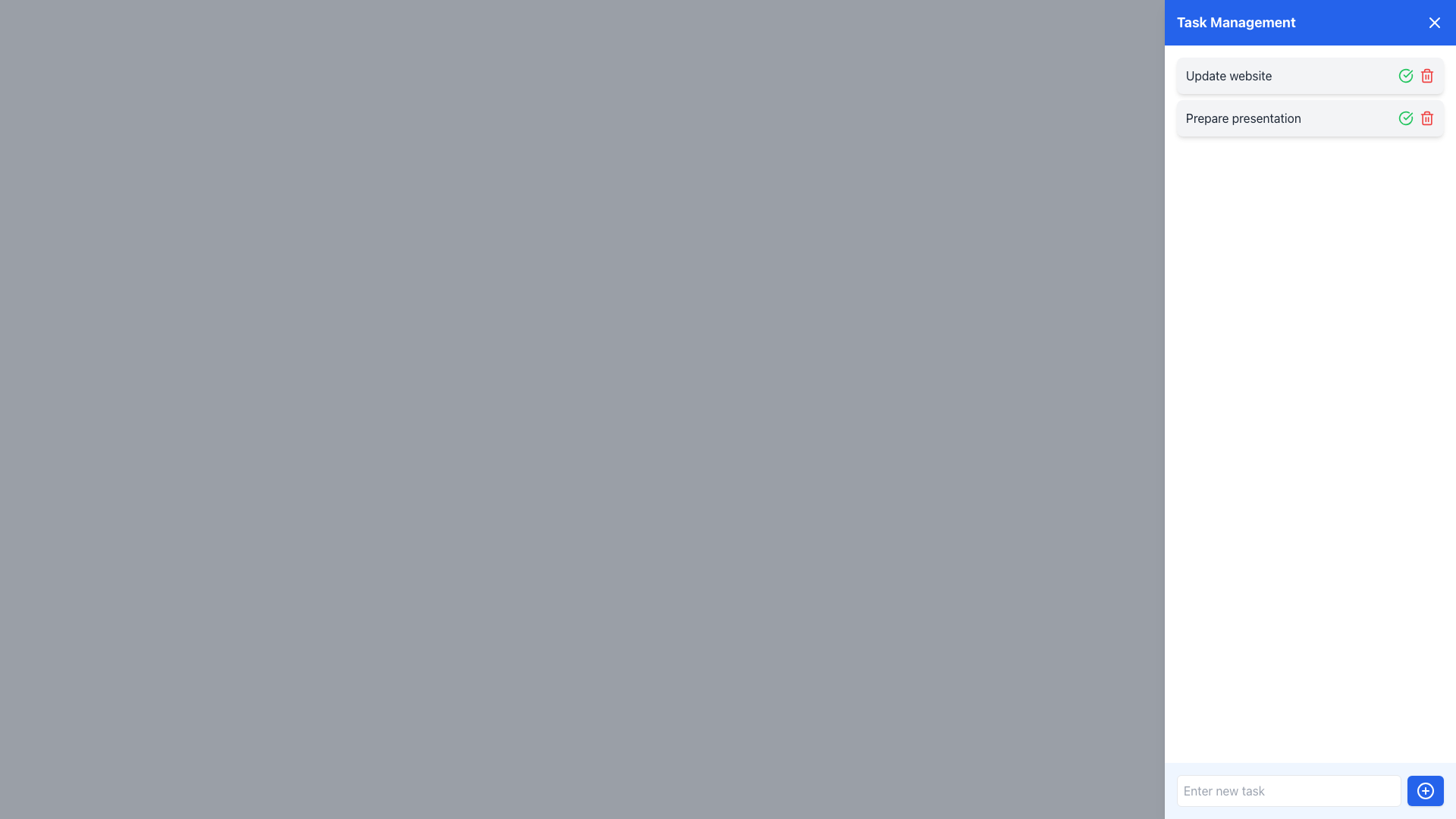 The image size is (1456, 819). What do you see at coordinates (1426, 76) in the screenshot?
I see `the red trash bin icon button located in the far-right section of the task item titled 'Update website' in the task management interface` at bounding box center [1426, 76].